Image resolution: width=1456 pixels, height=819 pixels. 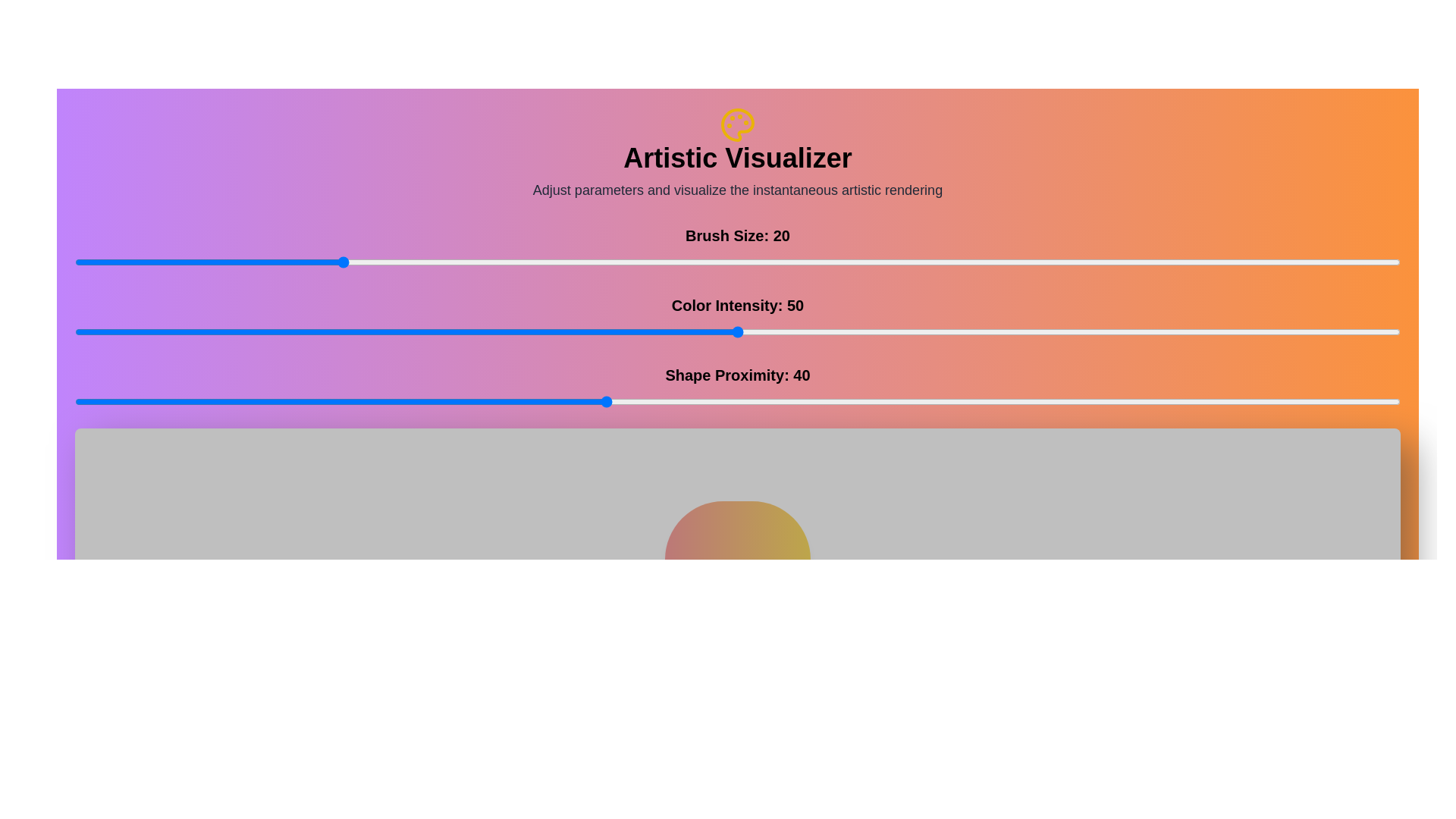 I want to click on the 'Shape Proximity' slider to 32 value, so click(x=499, y=400).